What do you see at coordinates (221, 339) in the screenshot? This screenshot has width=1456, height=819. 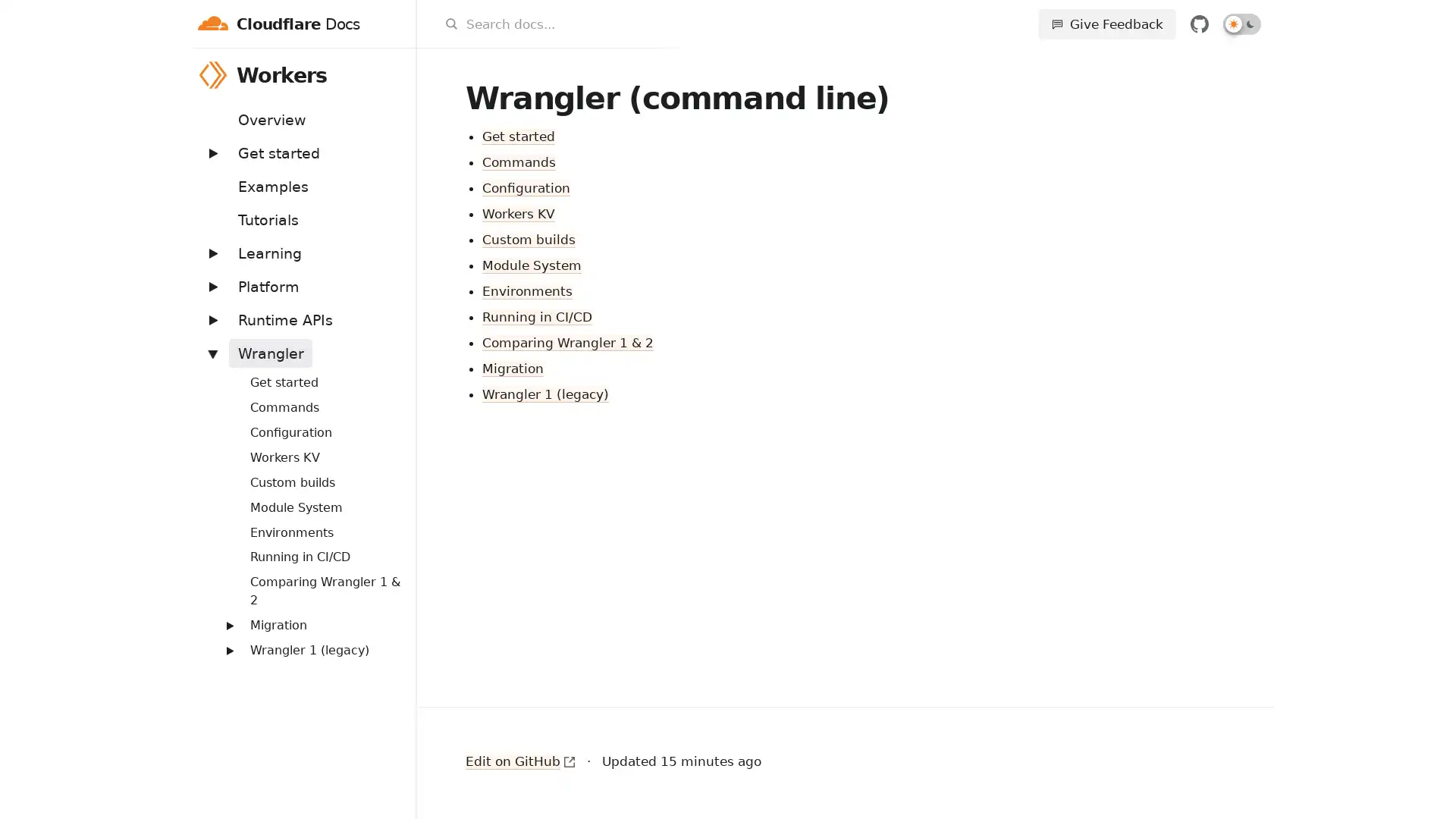 I see `Expand: Bindings` at bounding box center [221, 339].